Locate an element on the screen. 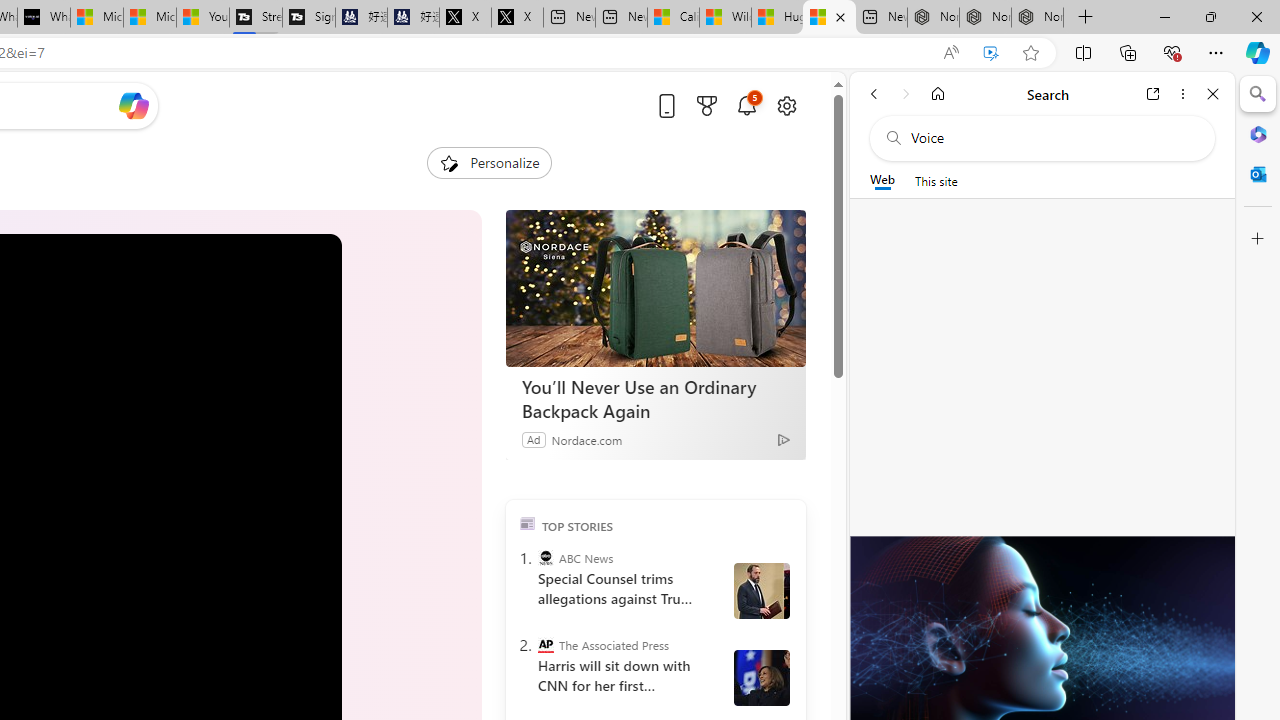  'Open settings' is located at coordinates (785, 105).